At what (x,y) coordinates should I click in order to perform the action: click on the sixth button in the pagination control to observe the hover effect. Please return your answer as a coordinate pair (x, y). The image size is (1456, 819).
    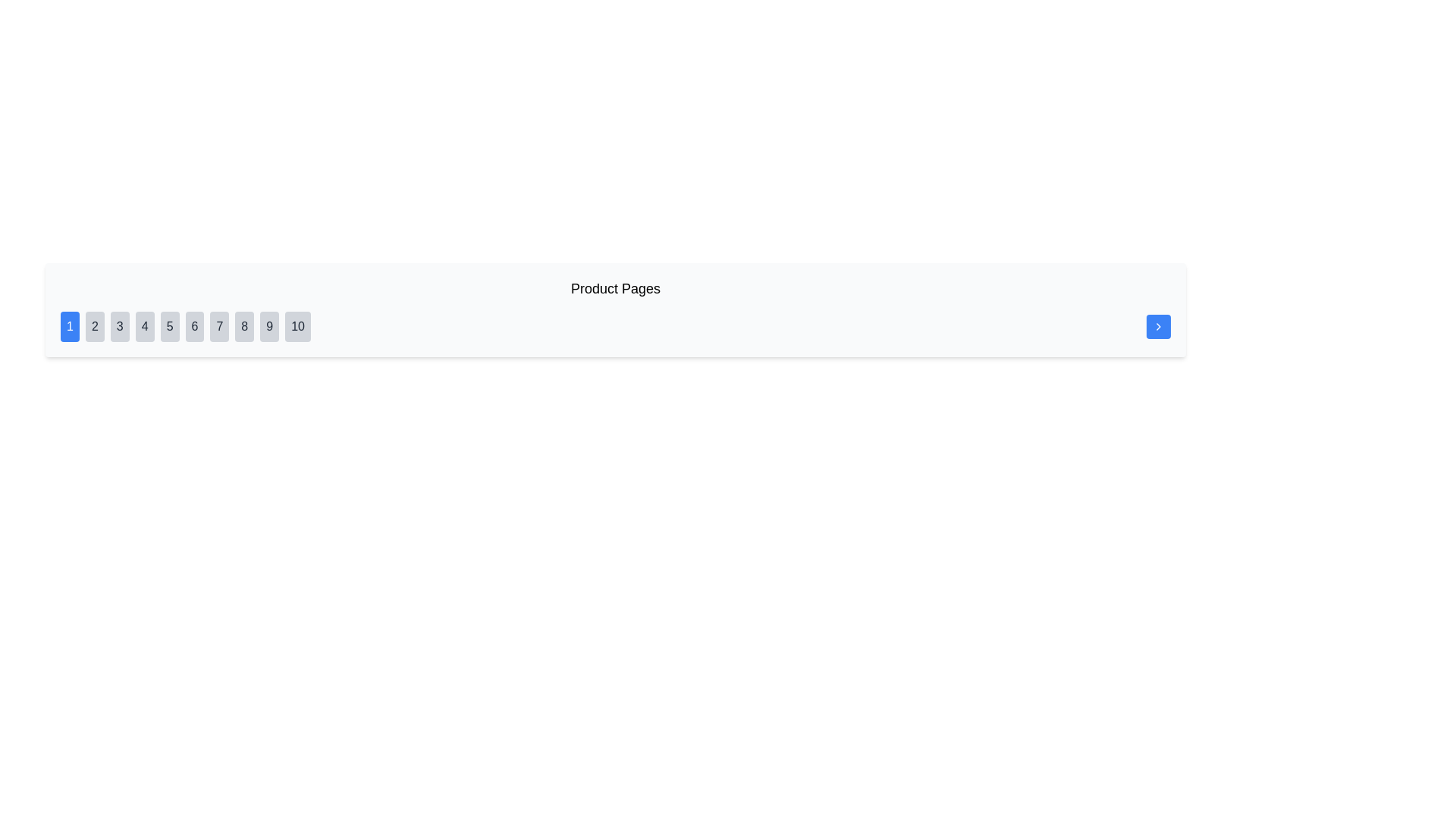
    Looking at the image, I should click on (193, 326).